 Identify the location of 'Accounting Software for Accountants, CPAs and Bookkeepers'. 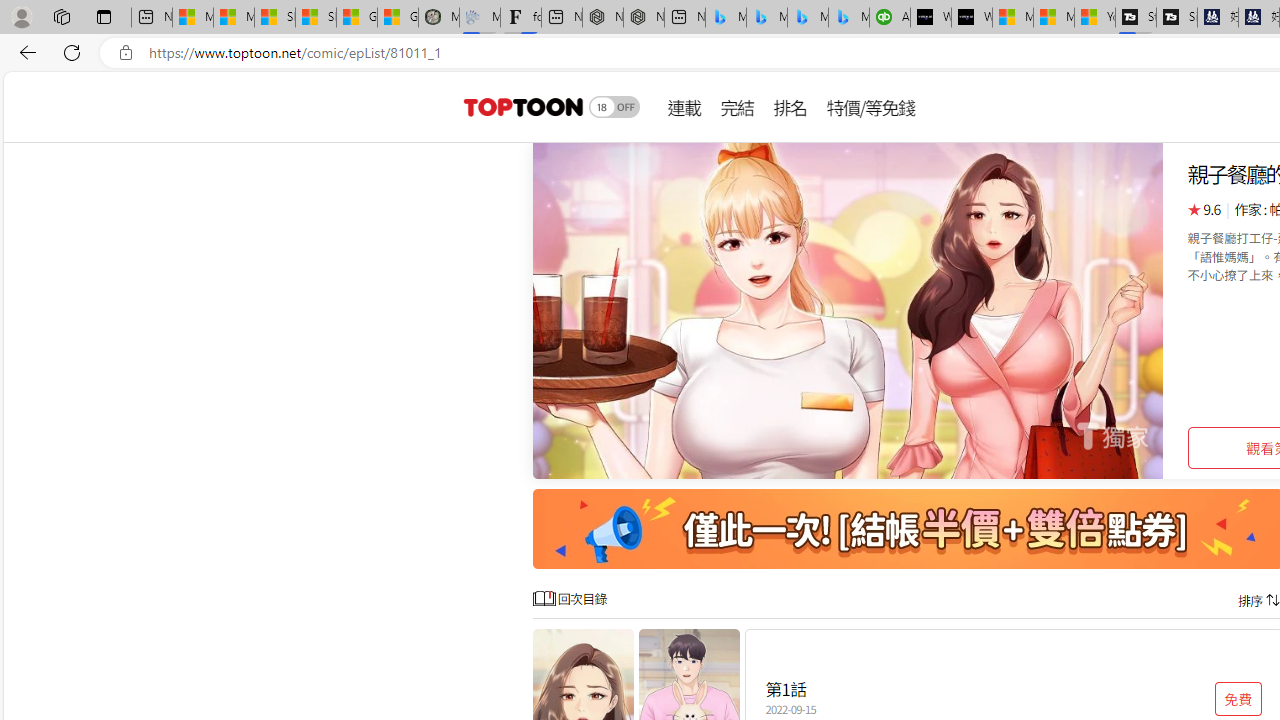
(889, 17).